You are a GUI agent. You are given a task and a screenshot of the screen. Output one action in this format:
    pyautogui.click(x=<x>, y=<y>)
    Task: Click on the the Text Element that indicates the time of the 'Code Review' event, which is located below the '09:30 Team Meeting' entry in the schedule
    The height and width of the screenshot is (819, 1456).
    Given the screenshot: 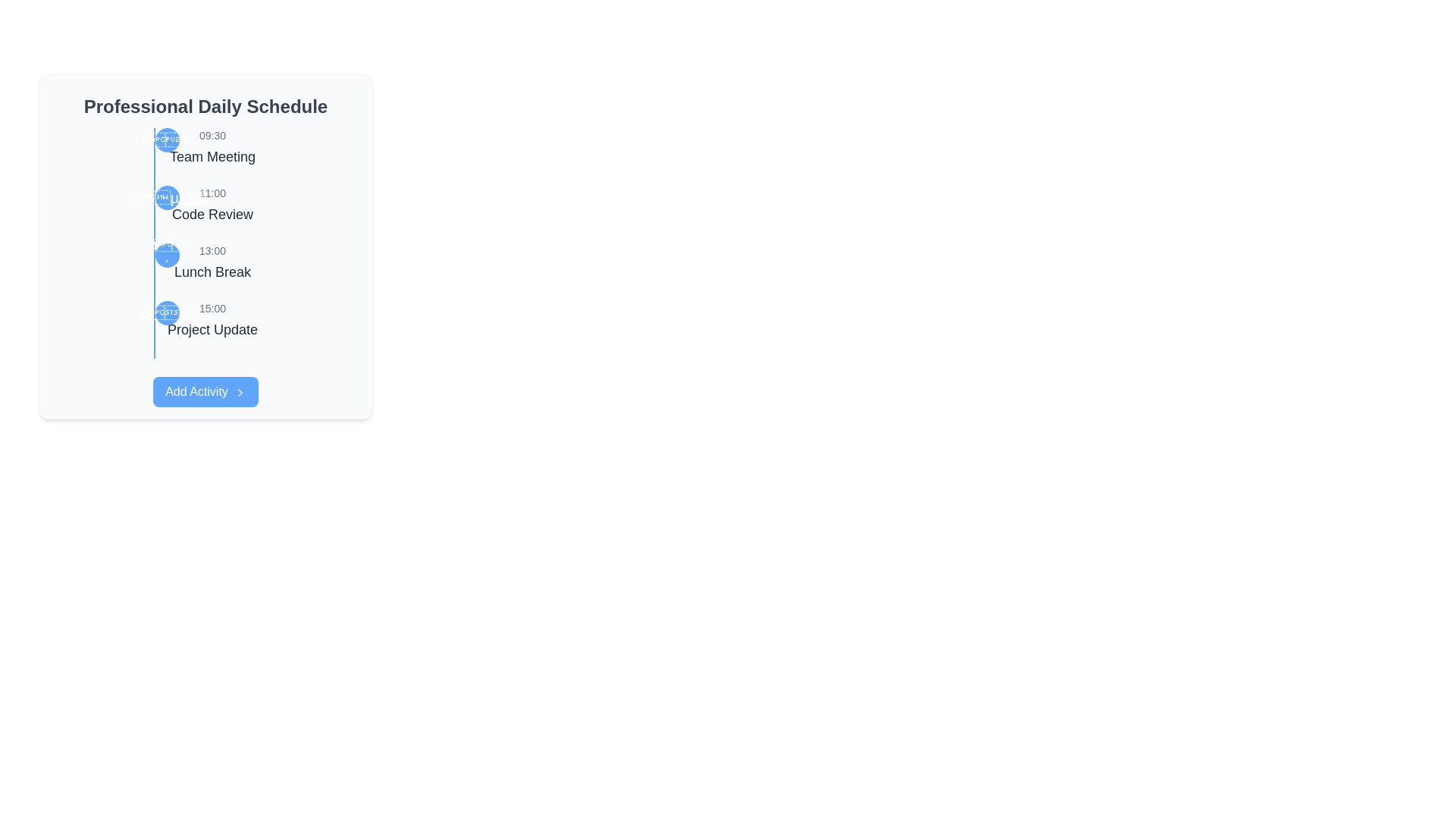 What is the action you would take?
    pyautogui.click(x=212, y=192)
    